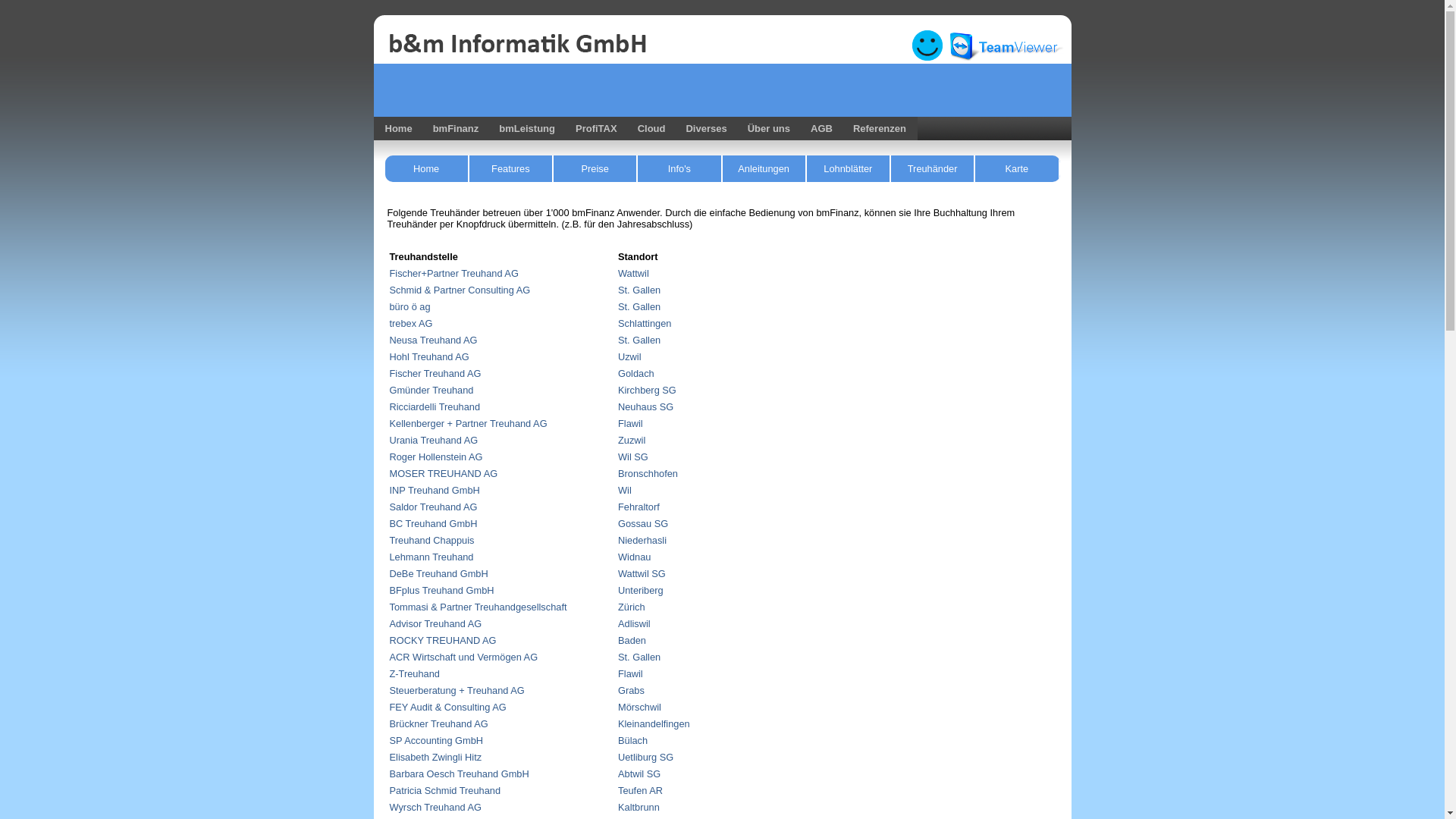  I want to click on 'Cloud', so click(651, 127).